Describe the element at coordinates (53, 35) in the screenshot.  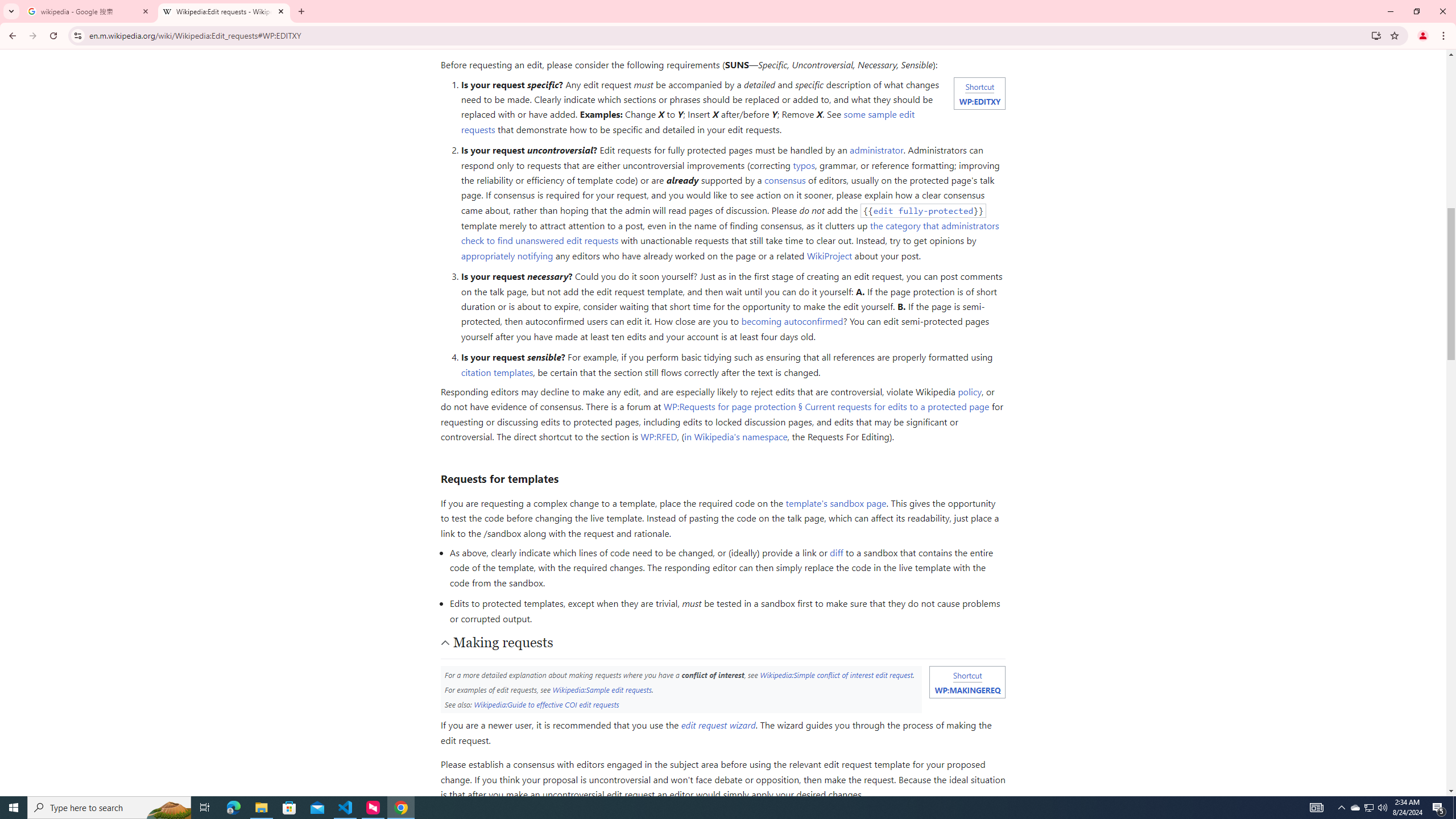
I see `'Reload'` at that location.